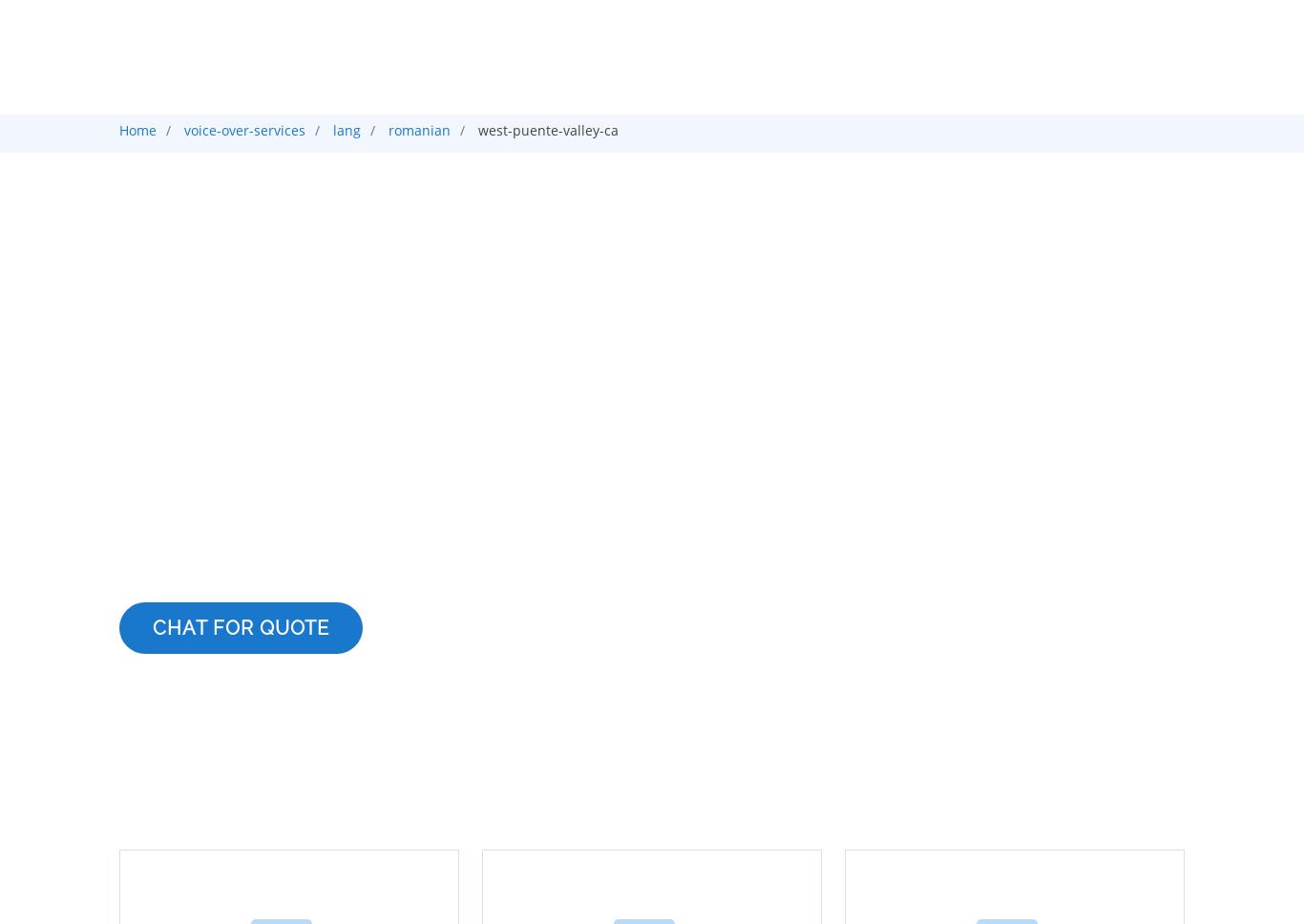  What do you see at coordinates (117, 665) in the screenshot?
I see `'Professional Voice Talent for Your Romanian Voice Over Services'` at bounding box center [117, 665].